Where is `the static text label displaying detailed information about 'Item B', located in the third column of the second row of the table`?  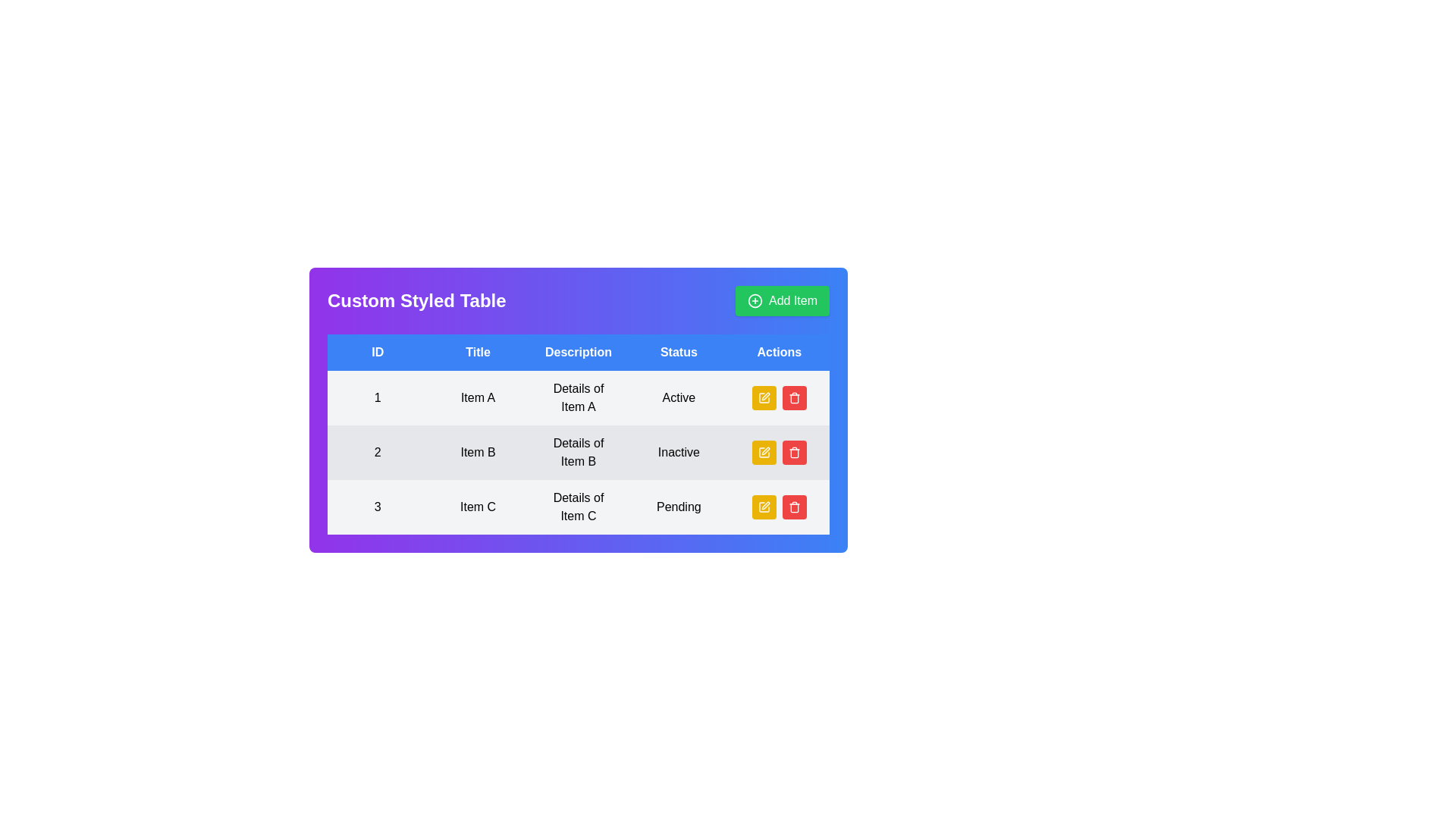
the static text label displaying detailed information about 'Item B', located in the third column of the second row of the table is located at coordinates (578, 452).